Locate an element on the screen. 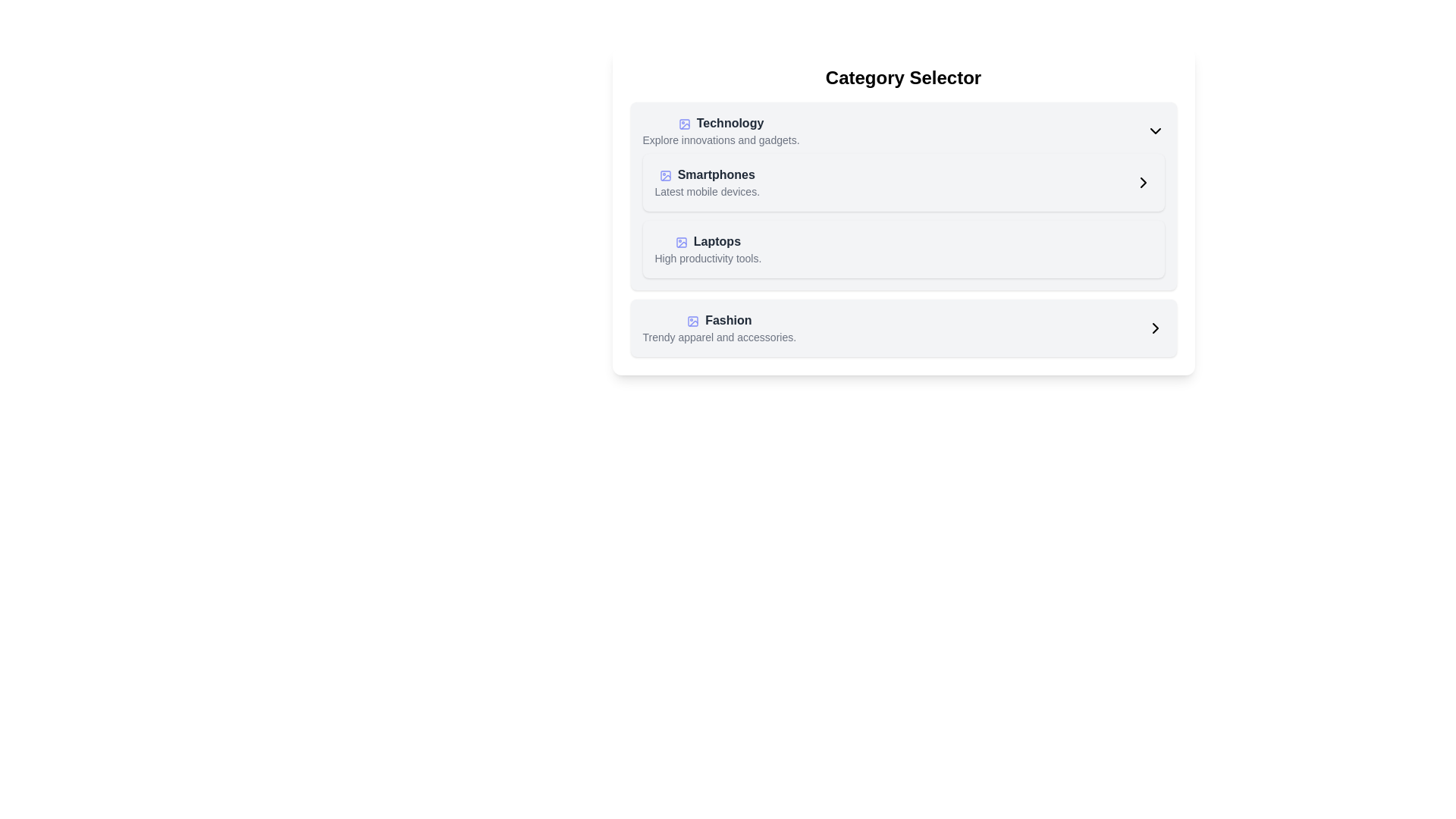  the 'Fashion' category selection item, which features a bold 'Fashion' title and a brief description is located at coordinates (718, 327).